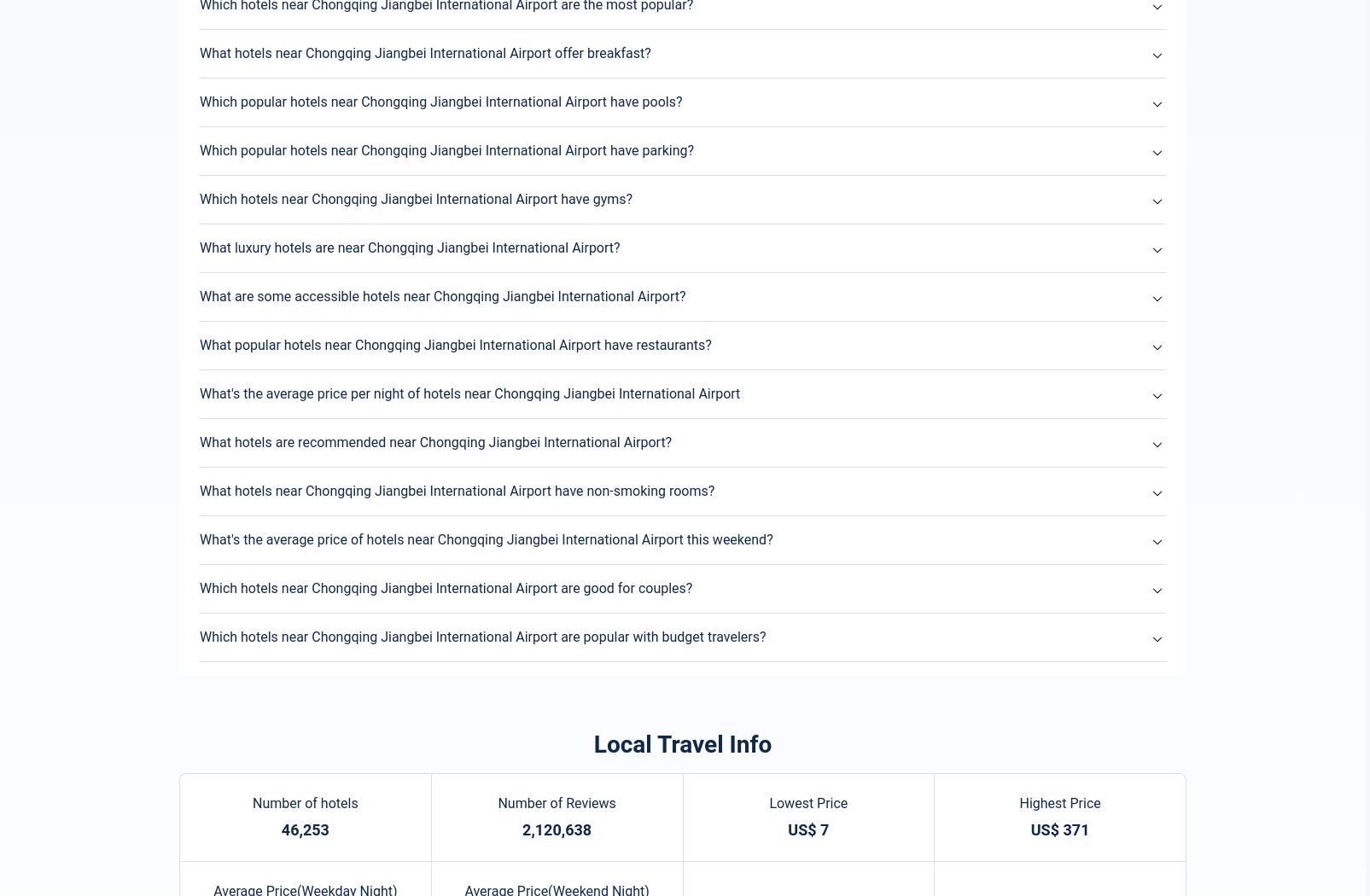 Image resolution: width=1370 pixels, height=896 pixels. What do you see at coordinates (301, 412) in the screenshot?
I see `'Days Hotel & Suites by Wyndham Hillsun Chongqing'` at bounding box center [301, 412].